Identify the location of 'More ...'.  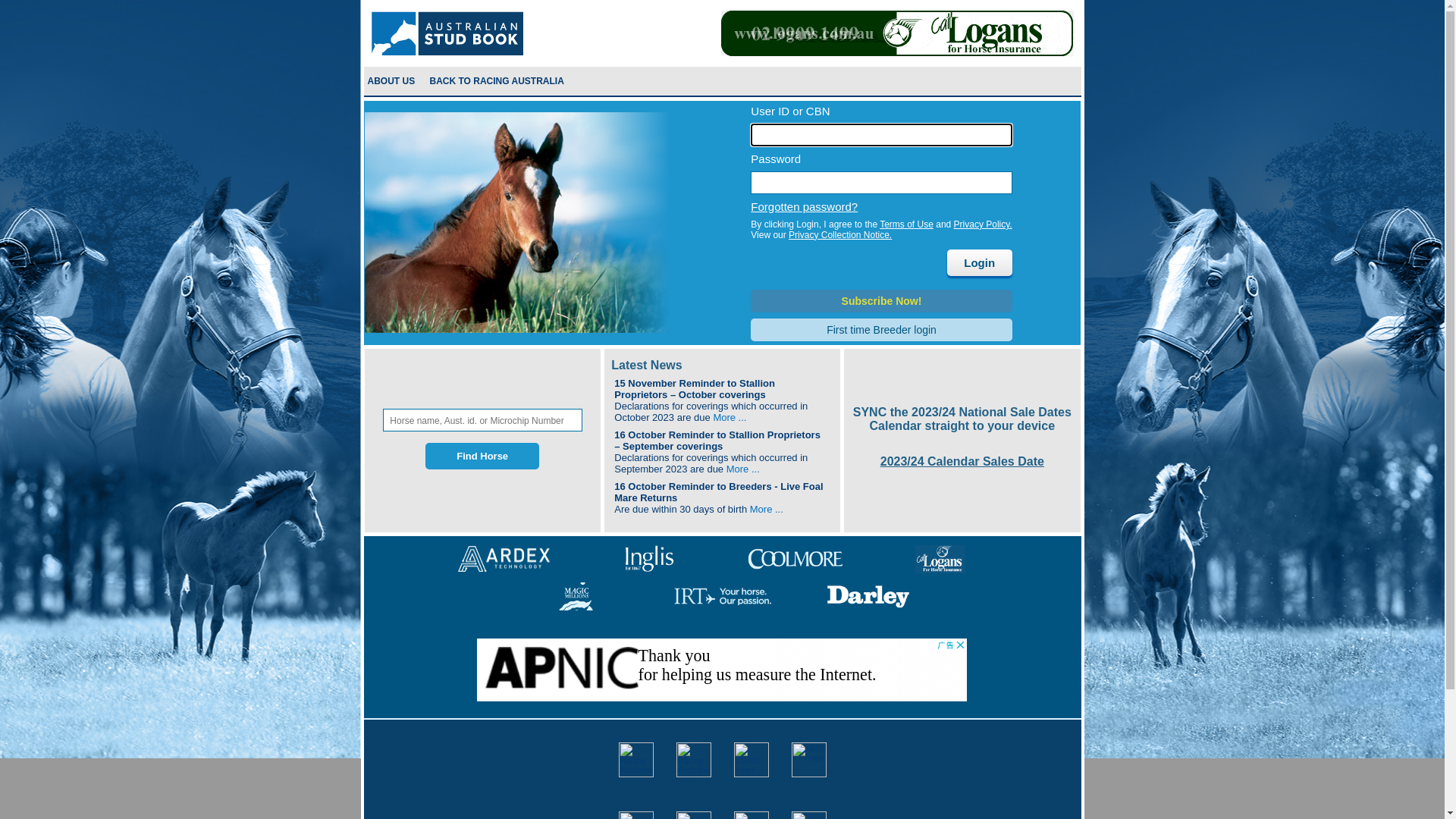
(742, 468).